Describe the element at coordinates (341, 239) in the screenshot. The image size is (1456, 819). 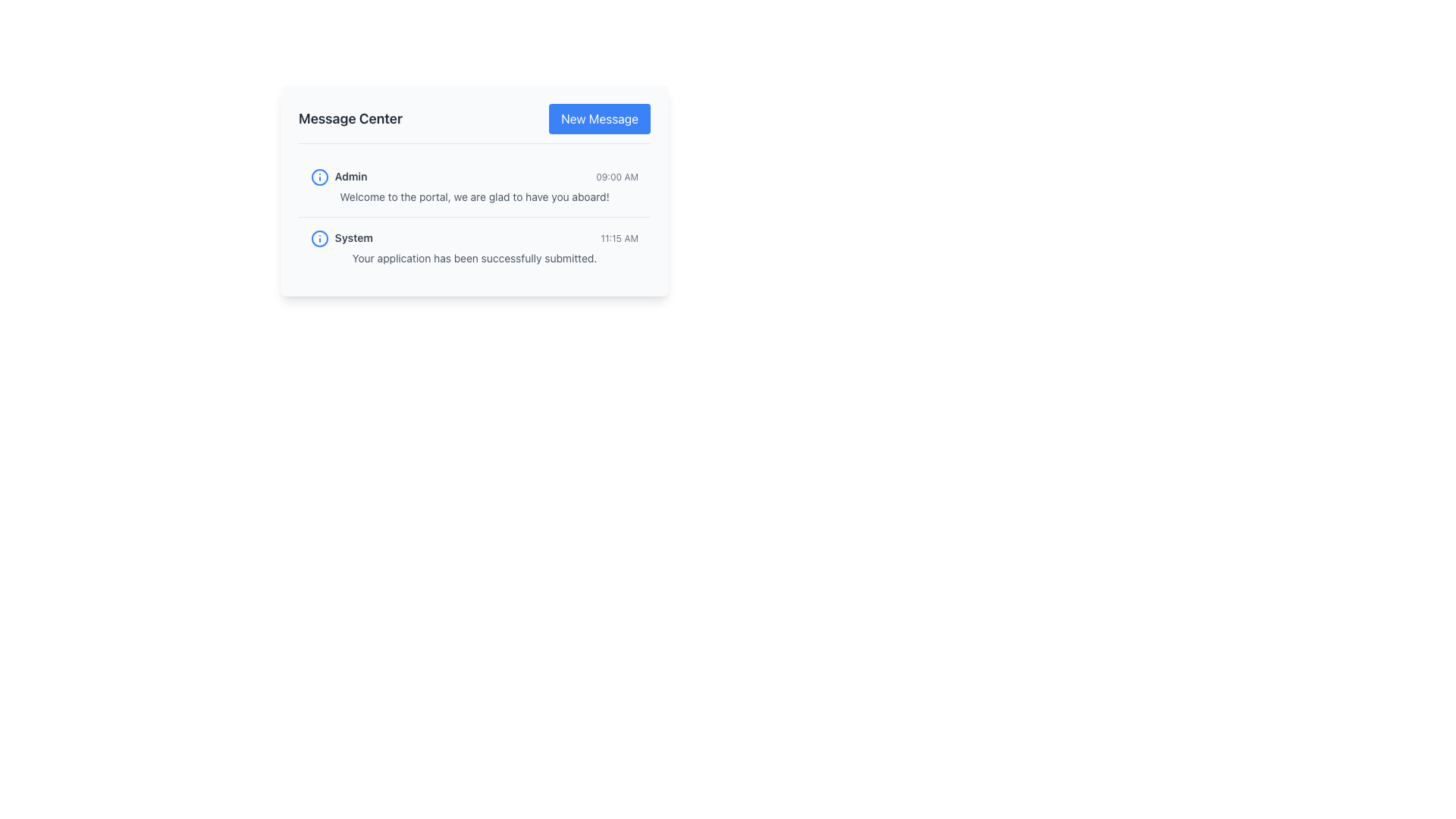
I see `the text label displaying 'System' in small, bold, gray text, located in the middle-left section of the interface, adjacent to an icon with a blue circle containing the letter 'i'` at that location.